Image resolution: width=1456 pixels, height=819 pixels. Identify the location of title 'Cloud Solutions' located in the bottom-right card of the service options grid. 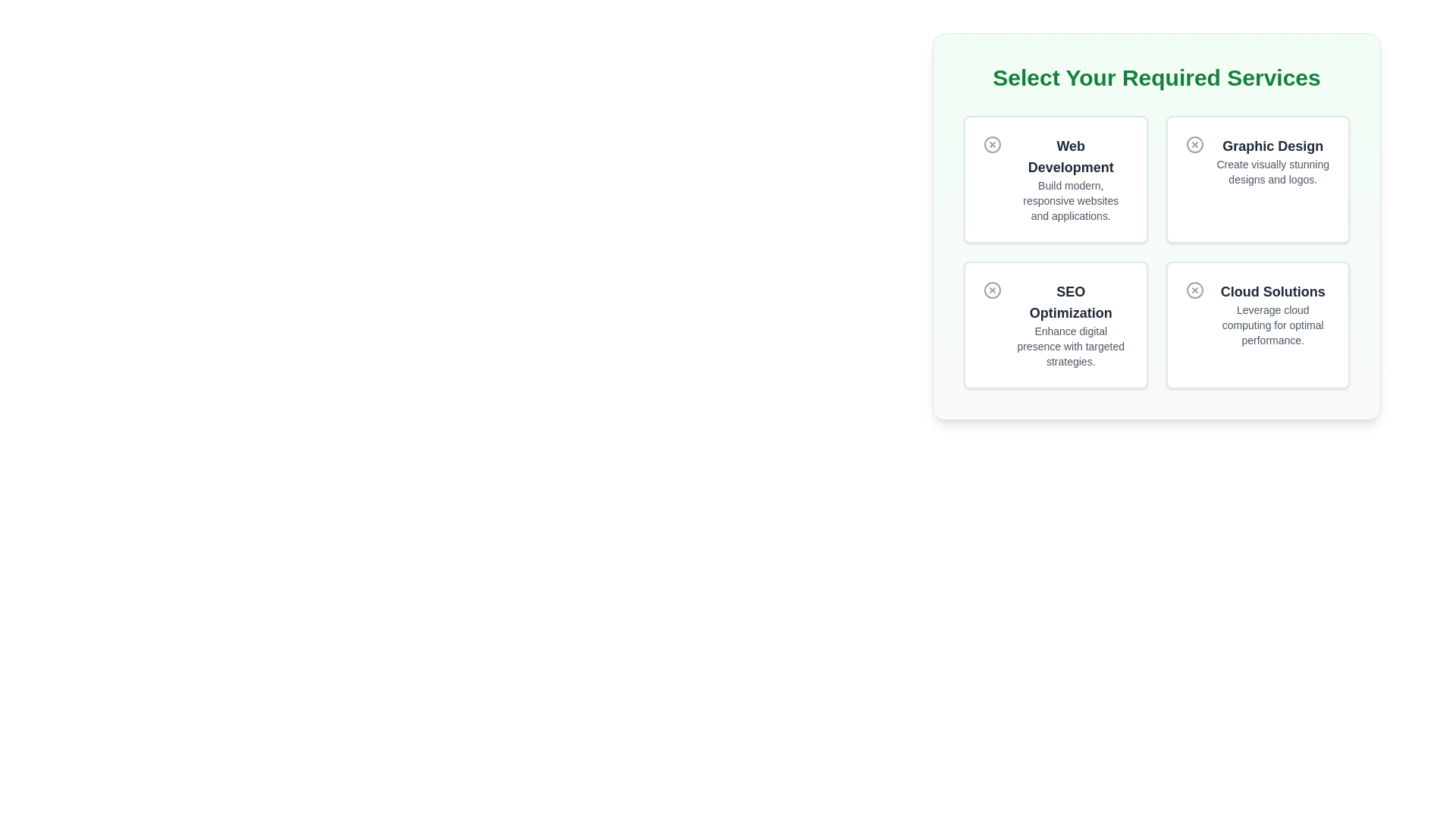
(1272, 292).